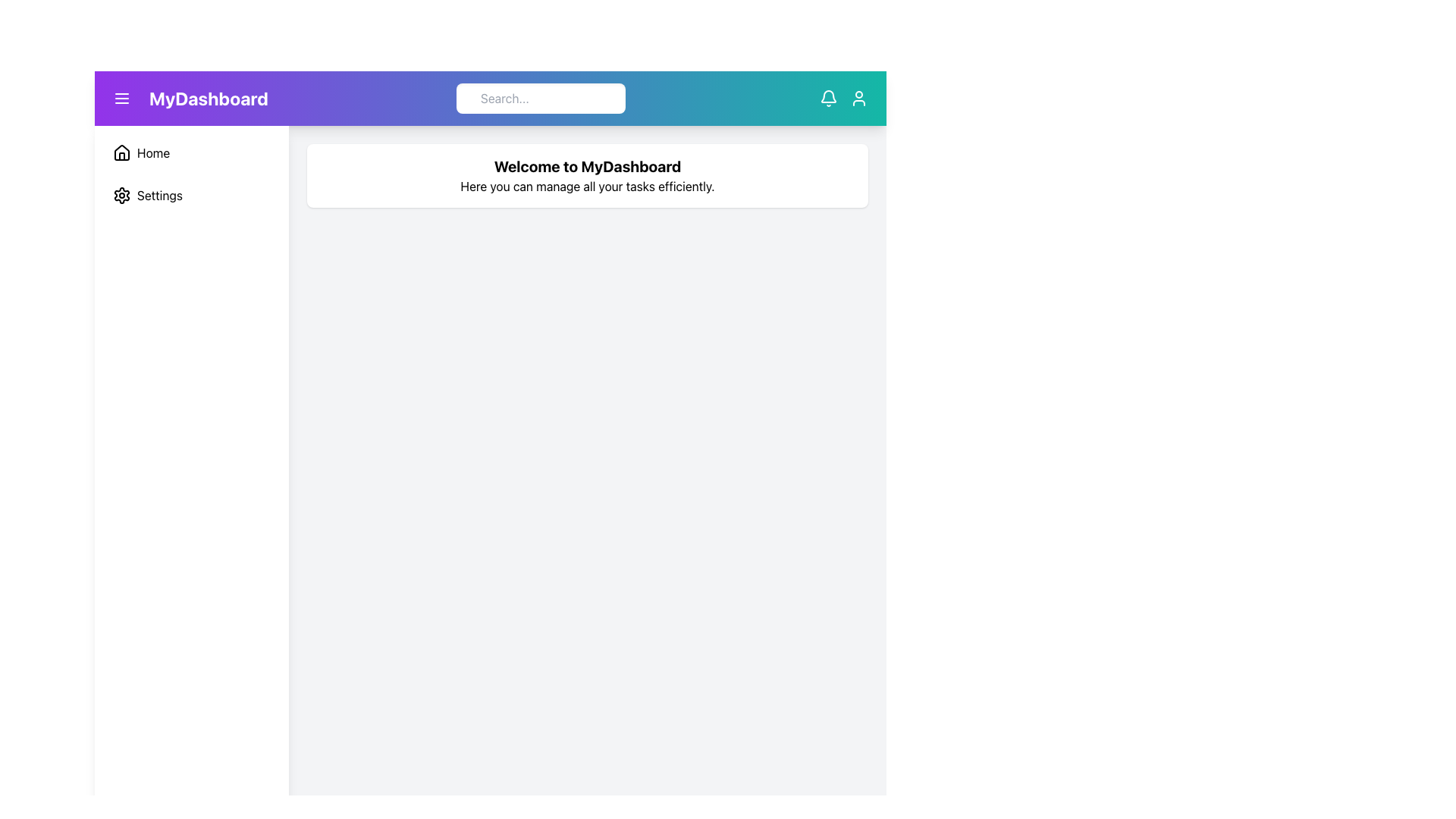 The height and width of the screenshot is (819, 1456). Describe the element at coordinates (153, 152) in the screenshot. I see `the 'Home' text label in the left-hand vertical navigation panel` at that location.